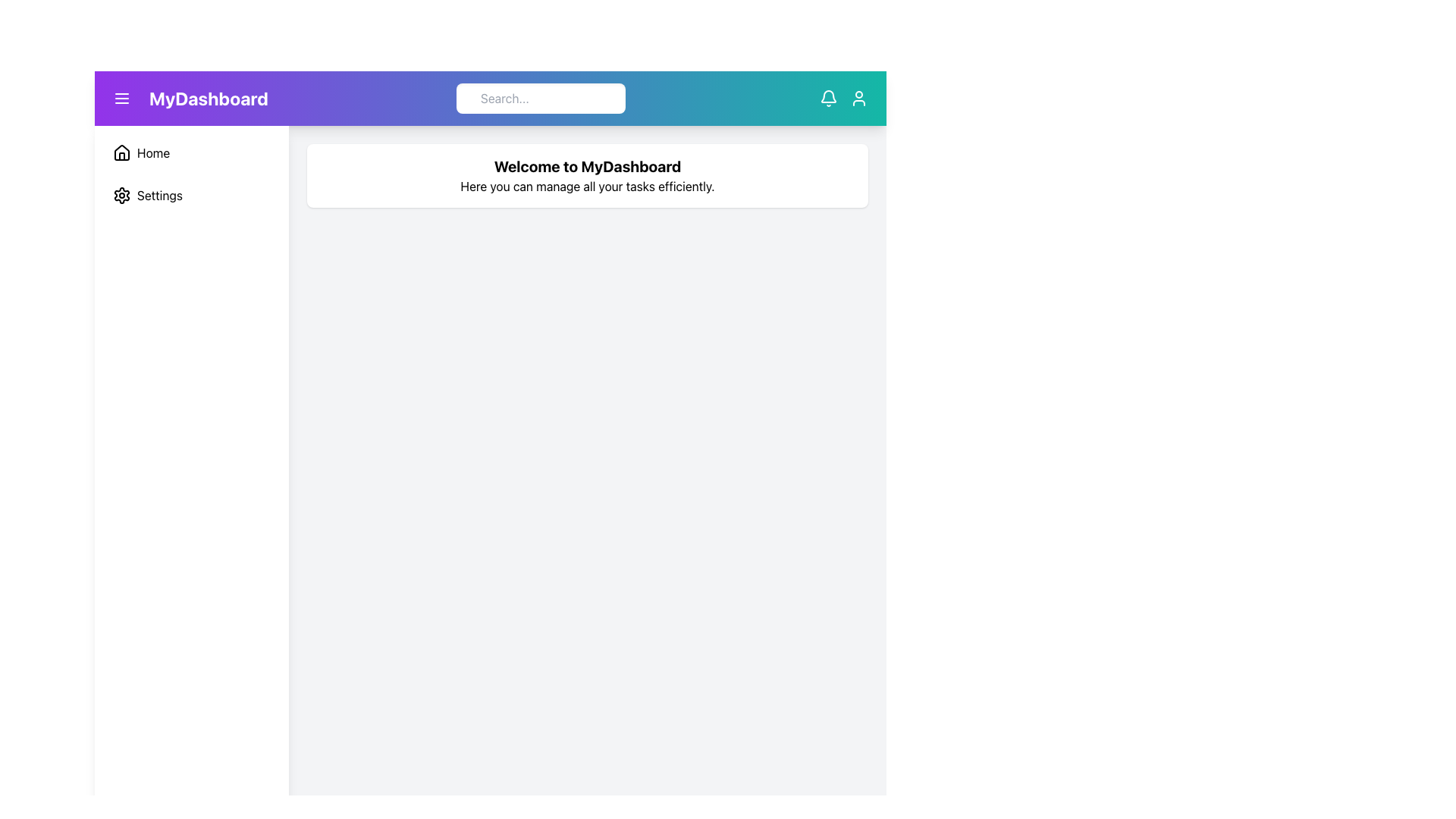 The height and width of the screenshot is (819, 1456). Describe the element at coordinates (153, 152) in the screenshot. I see `the 'Home' text label in the left-hand vertical navigation panel` at that location.